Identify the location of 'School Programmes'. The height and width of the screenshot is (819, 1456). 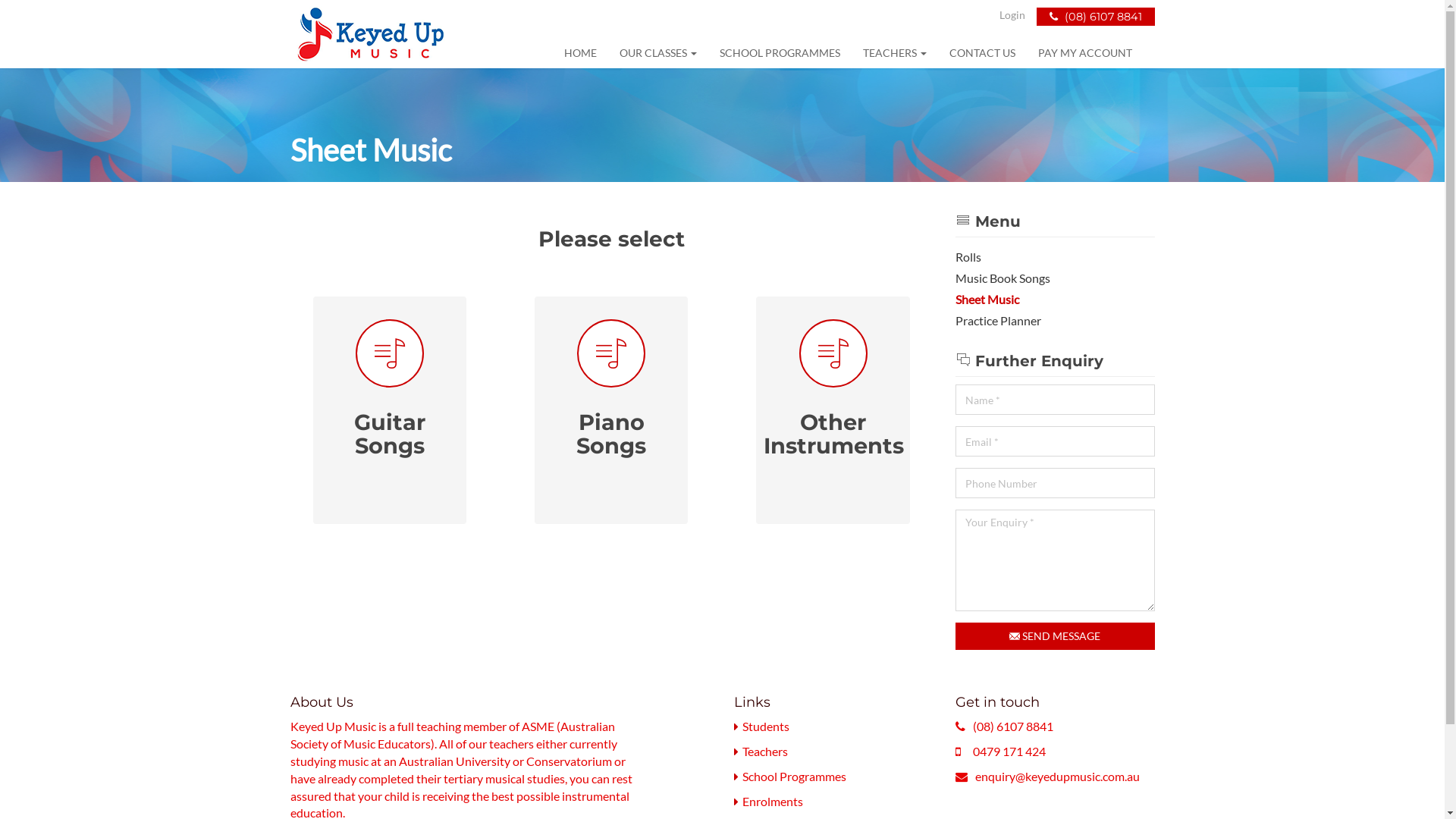
(742, 776).